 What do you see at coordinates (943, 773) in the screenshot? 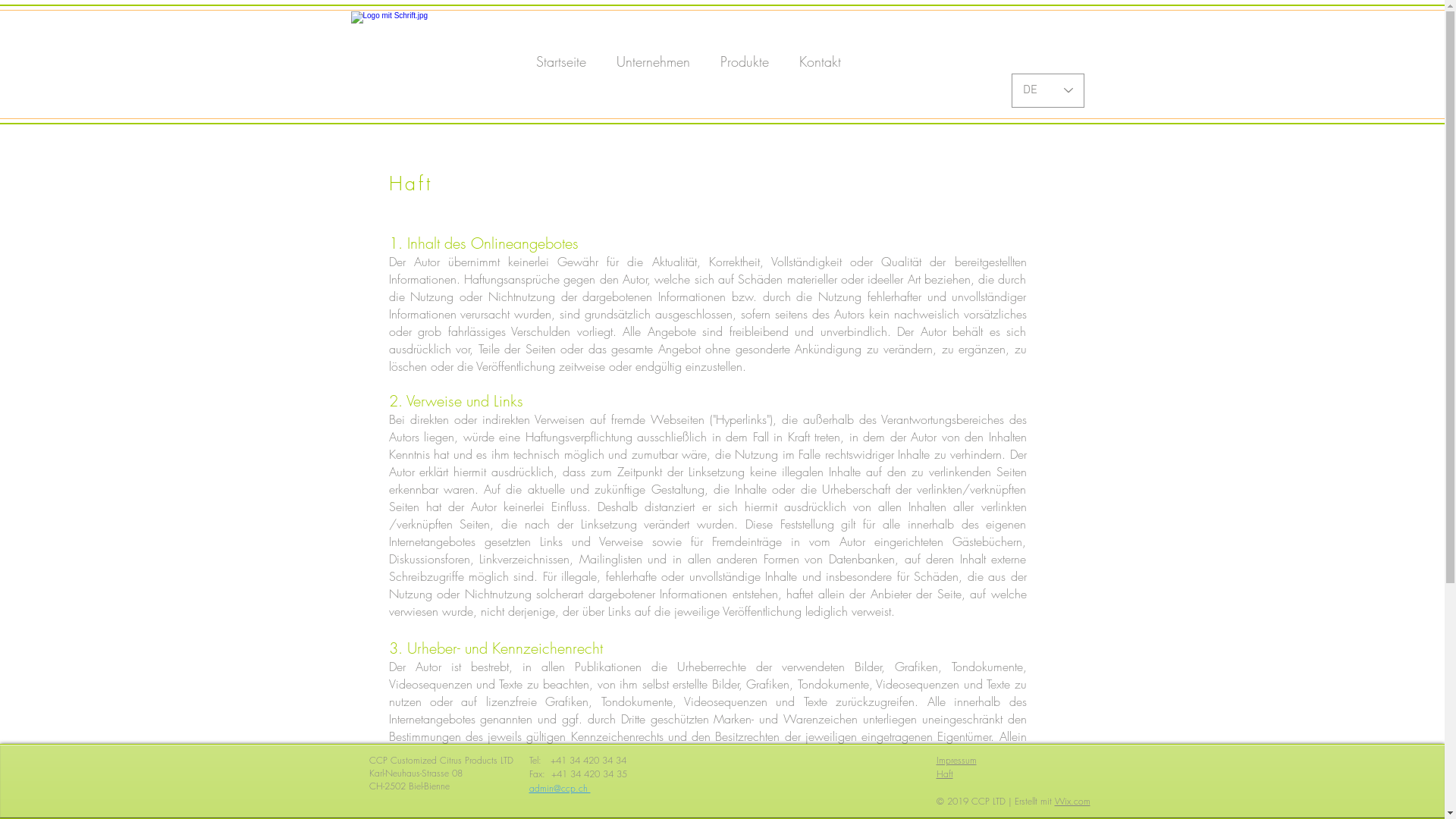
I see `'Haft'` at bounding box center [943, 773].